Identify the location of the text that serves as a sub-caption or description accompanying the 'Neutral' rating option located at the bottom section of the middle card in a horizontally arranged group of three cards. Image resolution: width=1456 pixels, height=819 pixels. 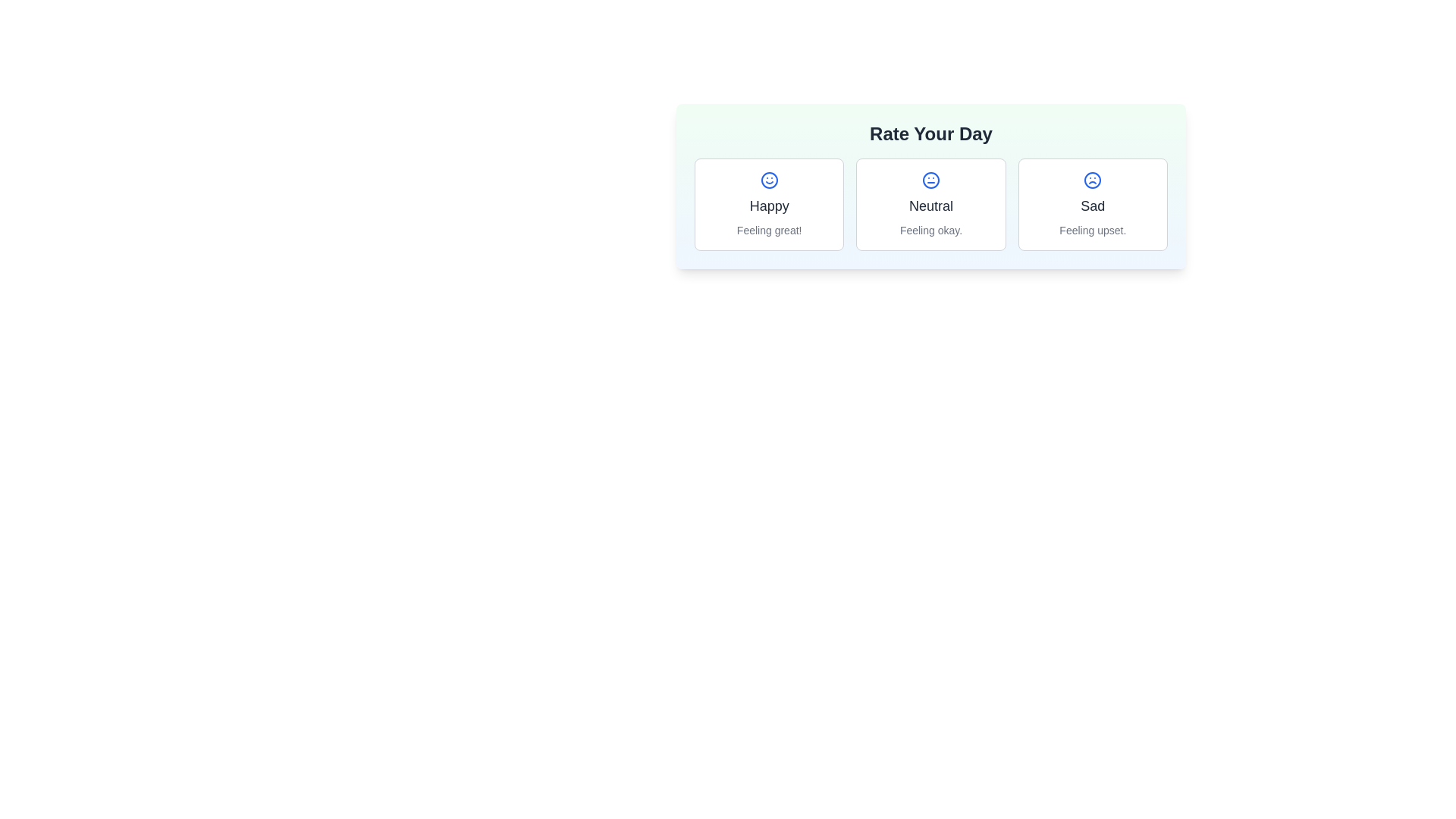
(930, 231).